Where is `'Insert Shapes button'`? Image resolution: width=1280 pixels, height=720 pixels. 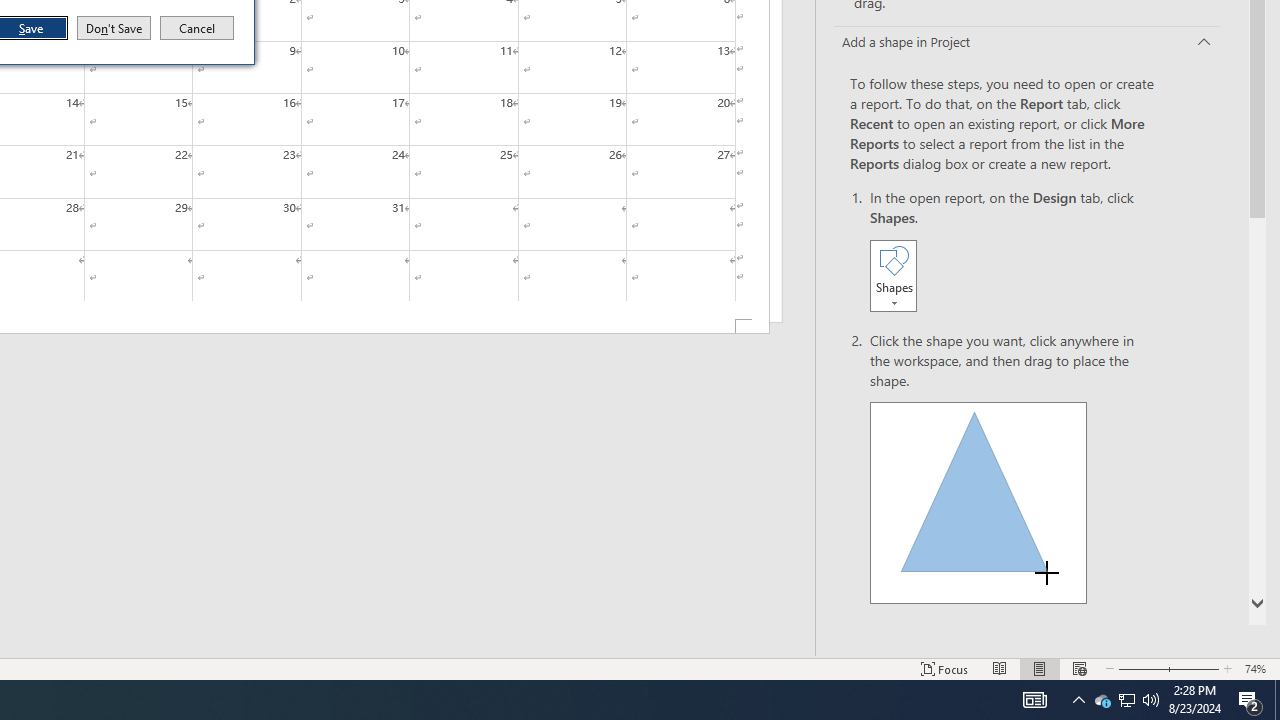
'Insert Shapes button' is located at coordinates (892, 275).